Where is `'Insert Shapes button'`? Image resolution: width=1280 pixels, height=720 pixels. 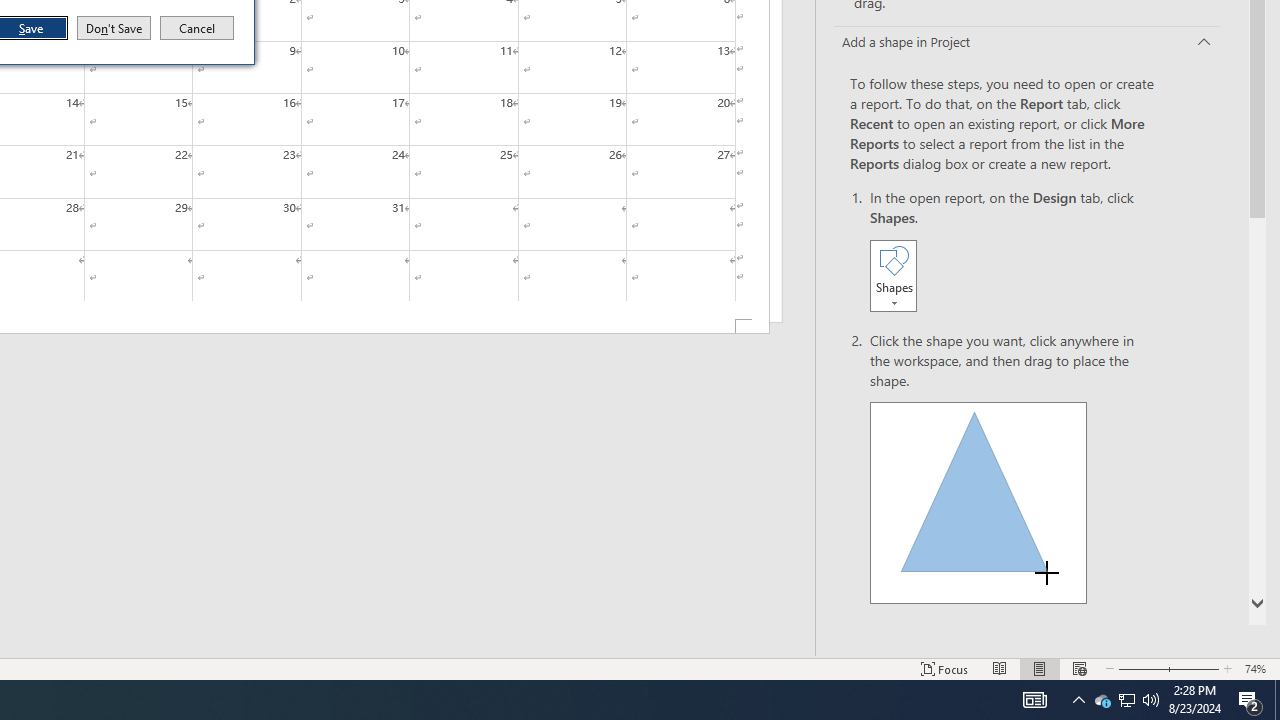
'Insert Shapes button' is located at coordinates (892, 275).